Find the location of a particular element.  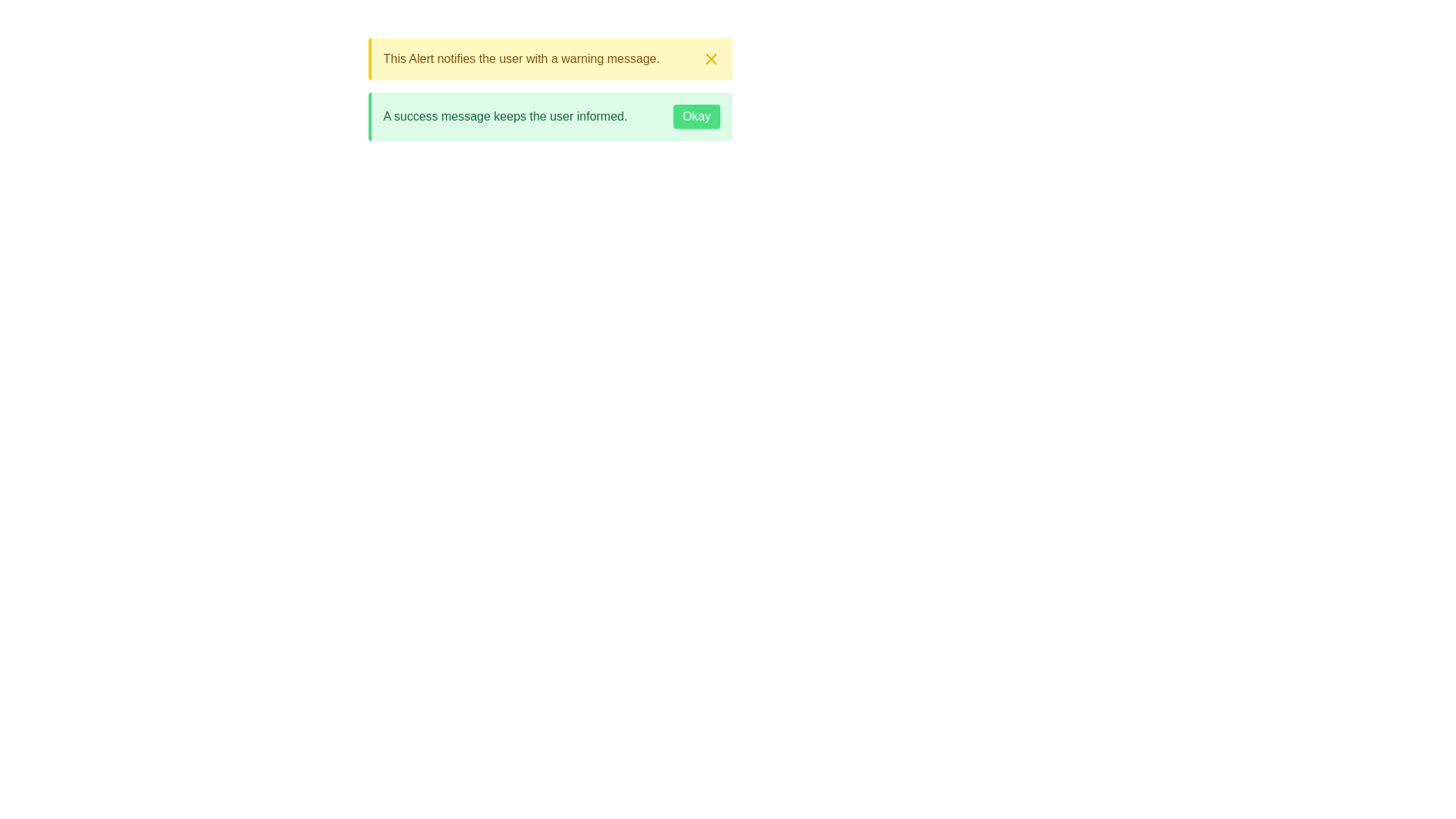

the yellow 'X' shaped icon button located at the top-right corner inside the alert box is located at coordinates (710, 58).